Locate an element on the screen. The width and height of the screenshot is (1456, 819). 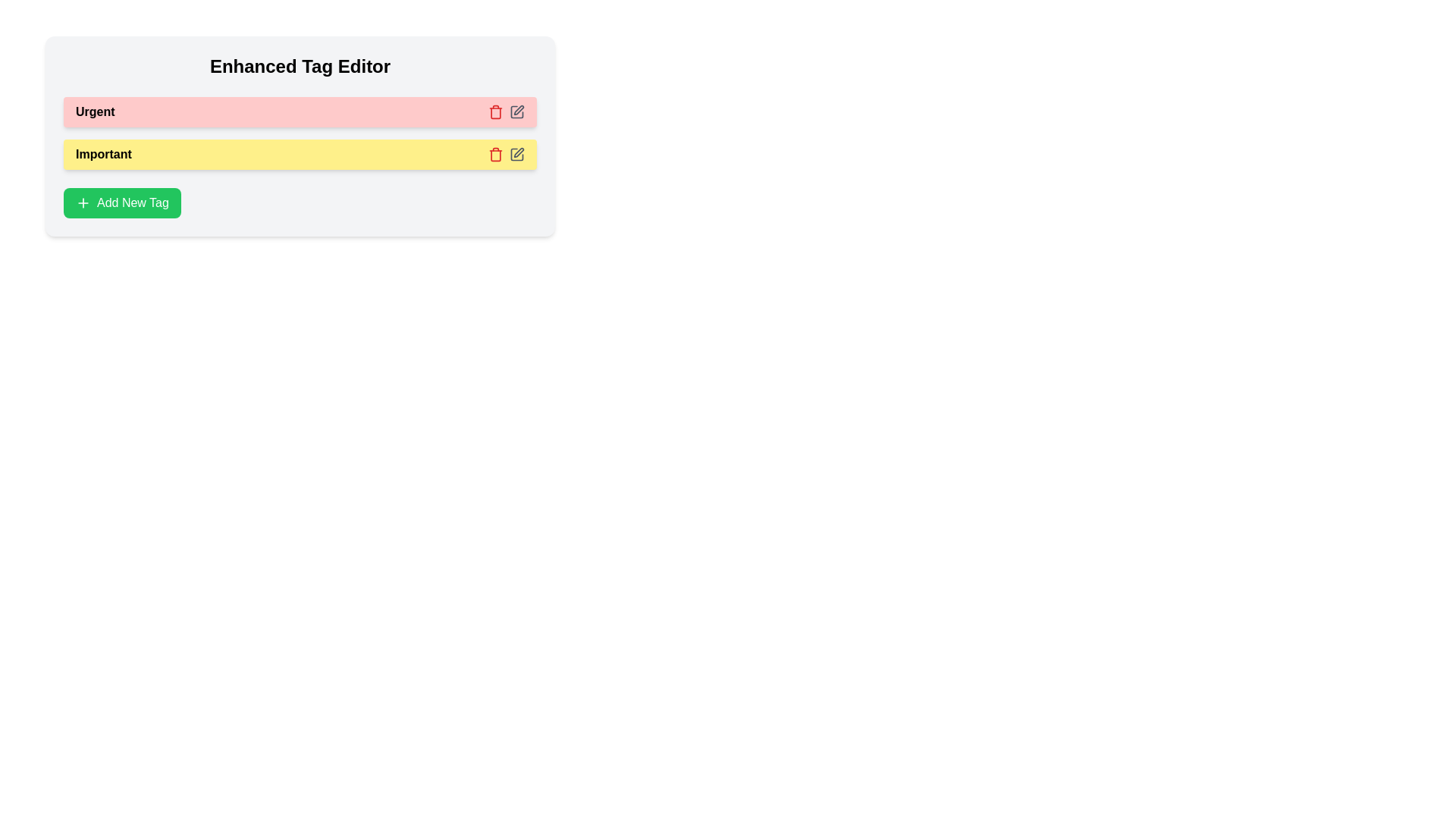
the pencil icon button, which is the second from the right in a horizontal row of buttons, to initiate editing is located at coordinates (516, 155).